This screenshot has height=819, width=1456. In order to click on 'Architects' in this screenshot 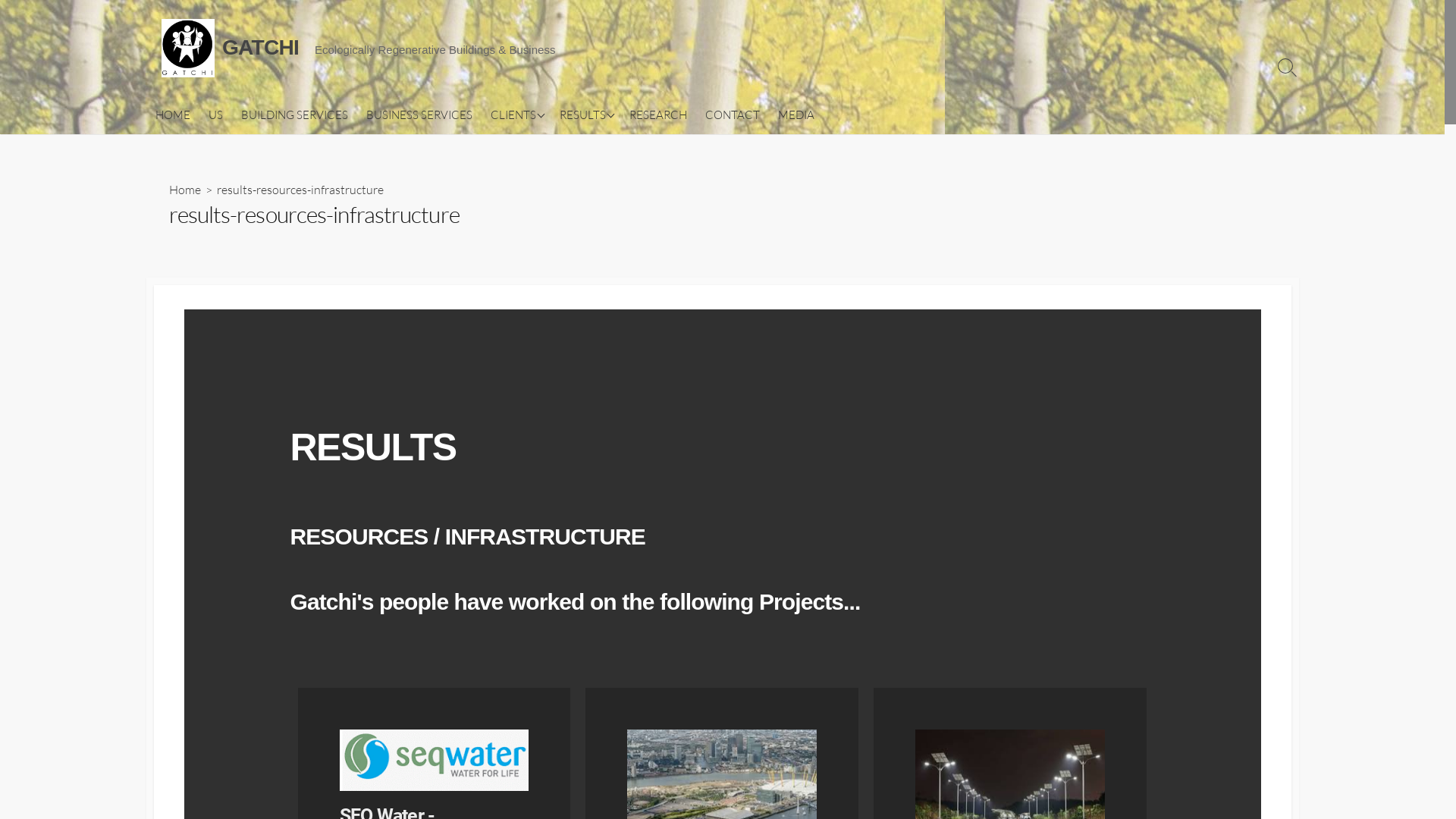, I will do `click(626, 167)`.